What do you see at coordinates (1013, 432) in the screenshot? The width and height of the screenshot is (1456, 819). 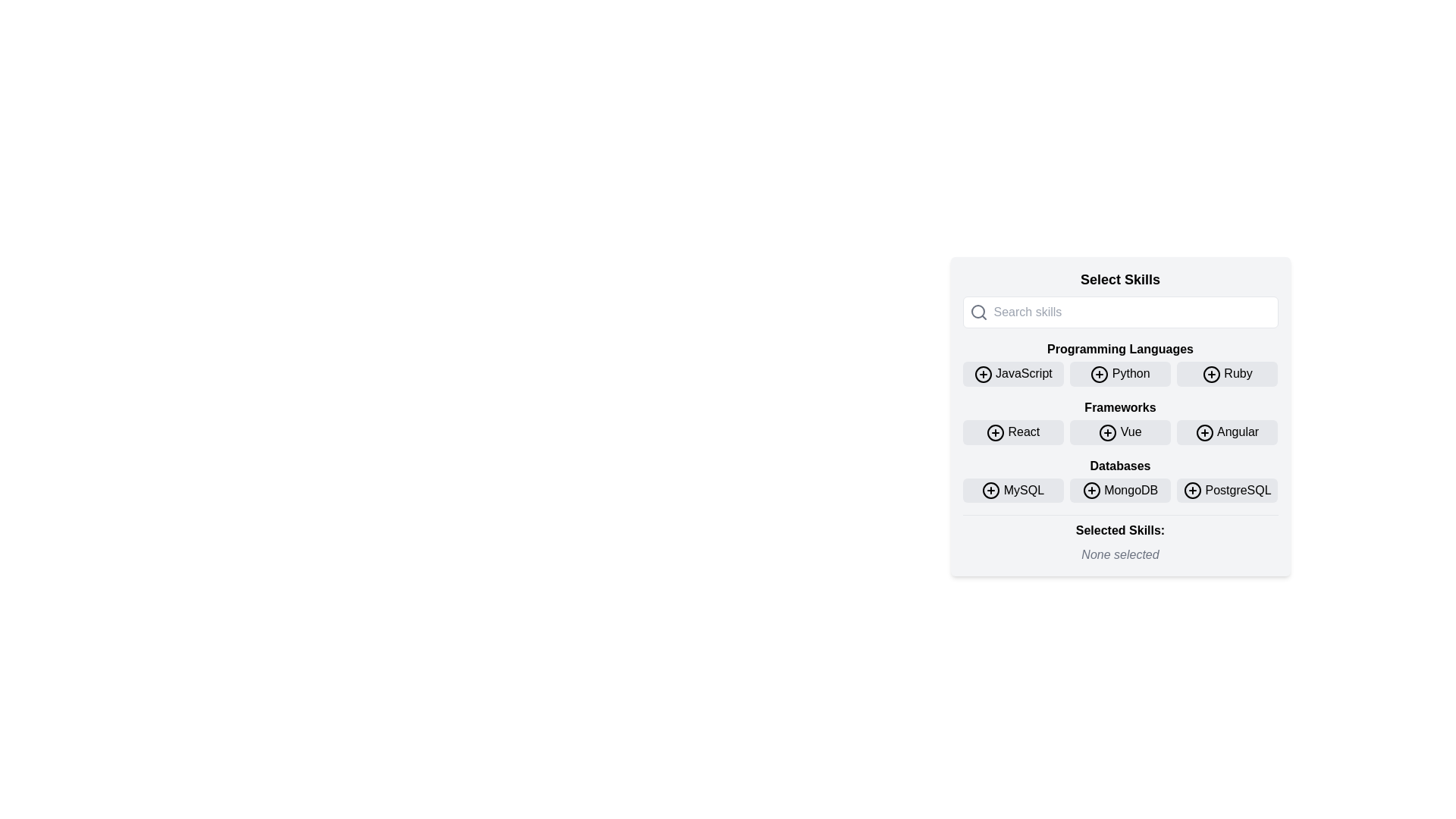 I see `the 'React' skill button located in the 'Frameworks' section` at bounding box center [1013, 432].